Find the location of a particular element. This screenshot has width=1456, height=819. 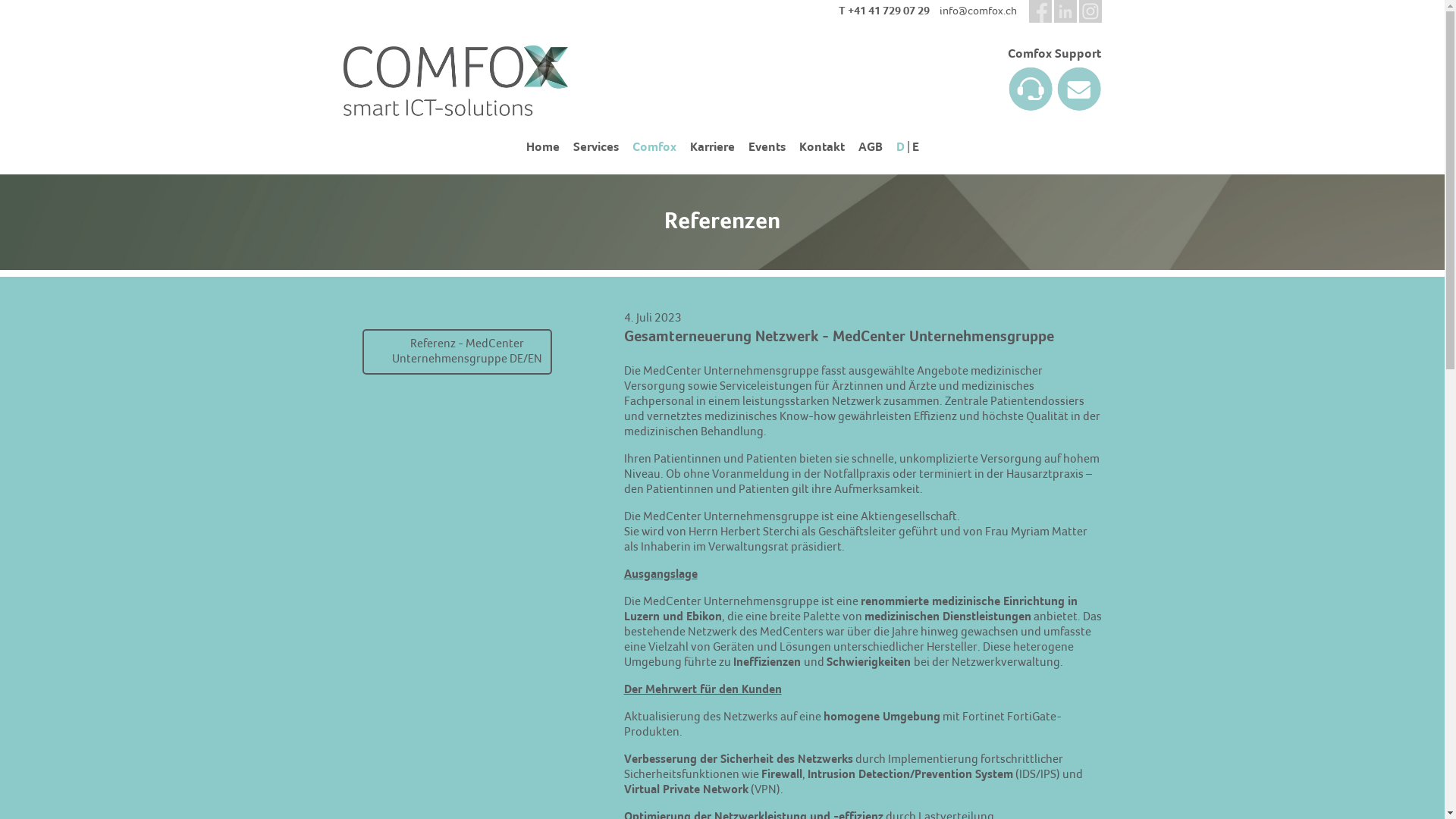

'AGB' is located at coordinates (870, 147).